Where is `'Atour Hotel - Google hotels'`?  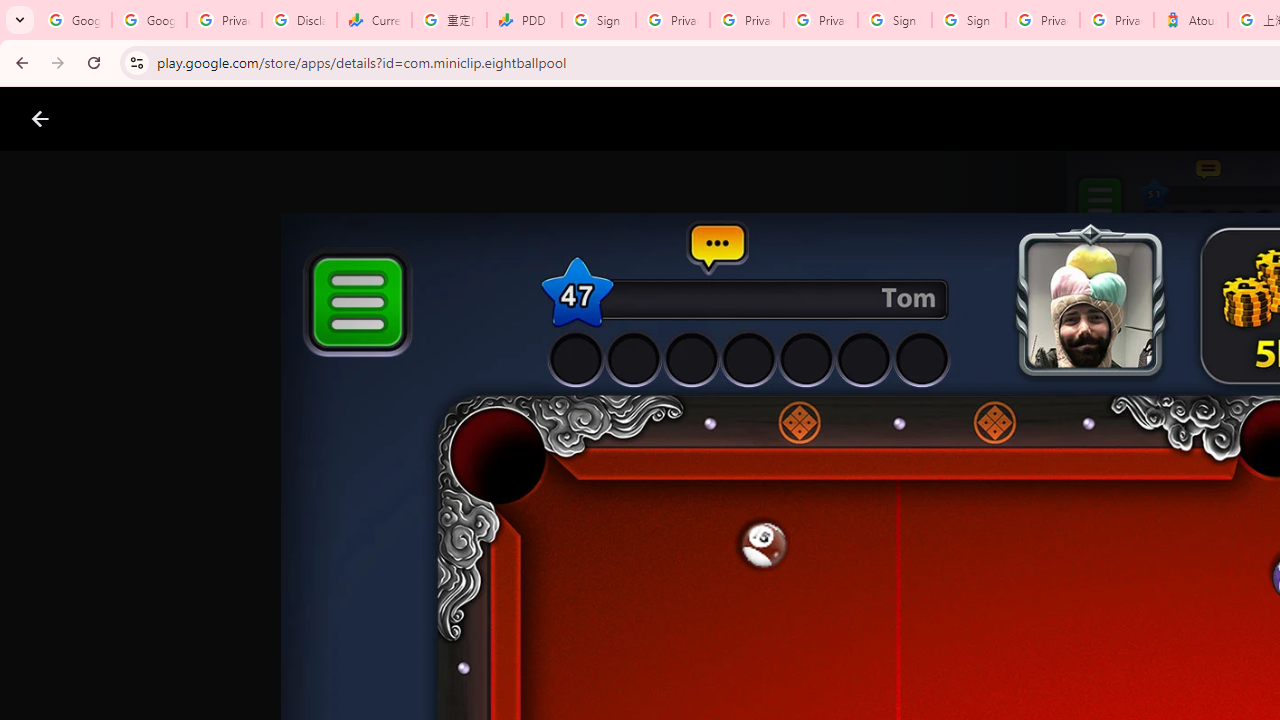 'Atour Hotel - Google hotels' is located at coordinates (1191, 20).